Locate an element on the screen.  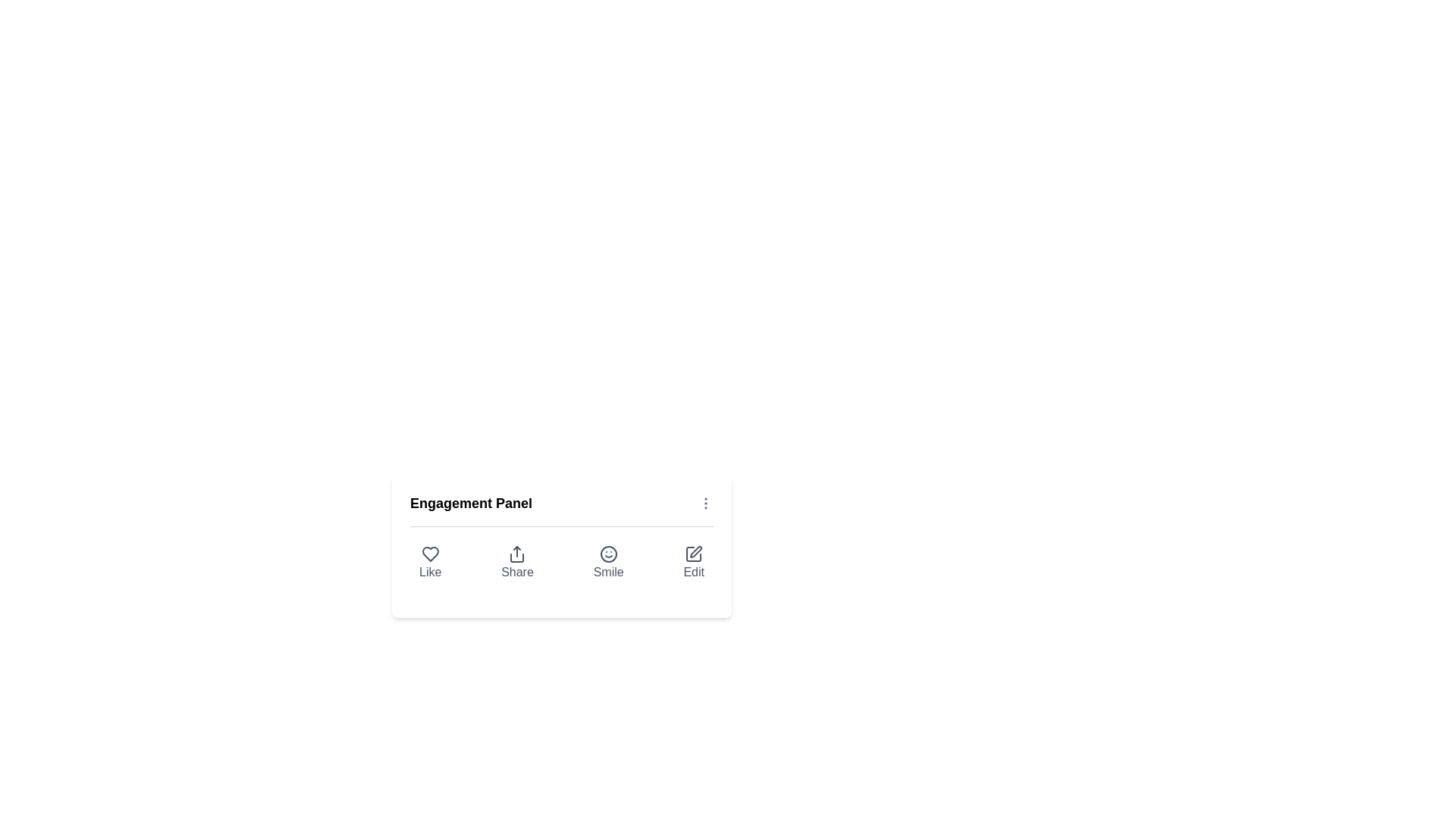
the 'Share' button located in the Engagement Panel to initiate content sharing is located at coordinates (517, 573).